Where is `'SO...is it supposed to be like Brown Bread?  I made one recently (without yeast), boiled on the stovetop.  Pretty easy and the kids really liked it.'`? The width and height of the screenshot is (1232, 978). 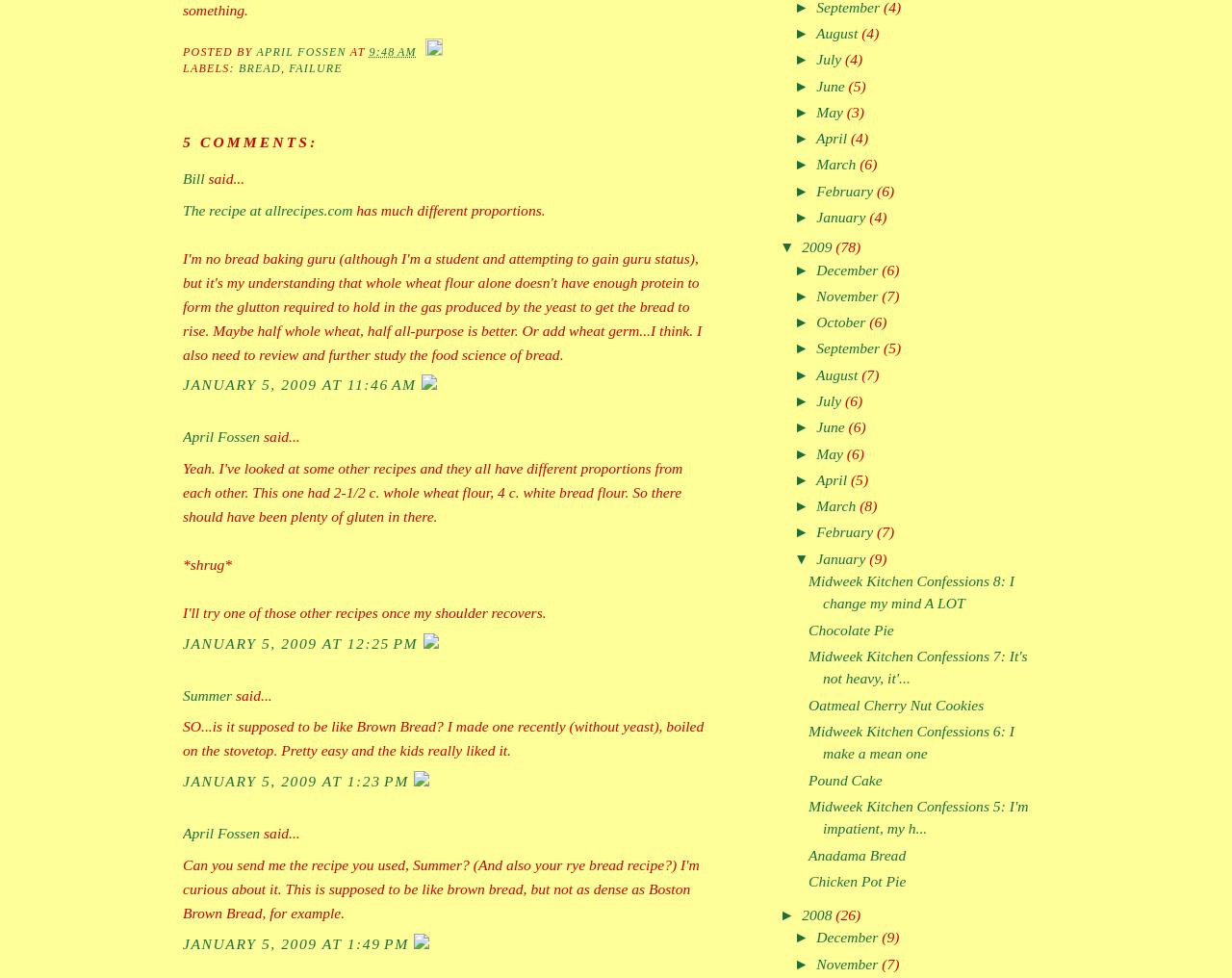
'SO...is it supposed to be like Brown Bread?  I made one recently (without yeast), boiled on the stovetop.  Pretty easy and the kids really liked it.' is located at coordinates (442, 736).